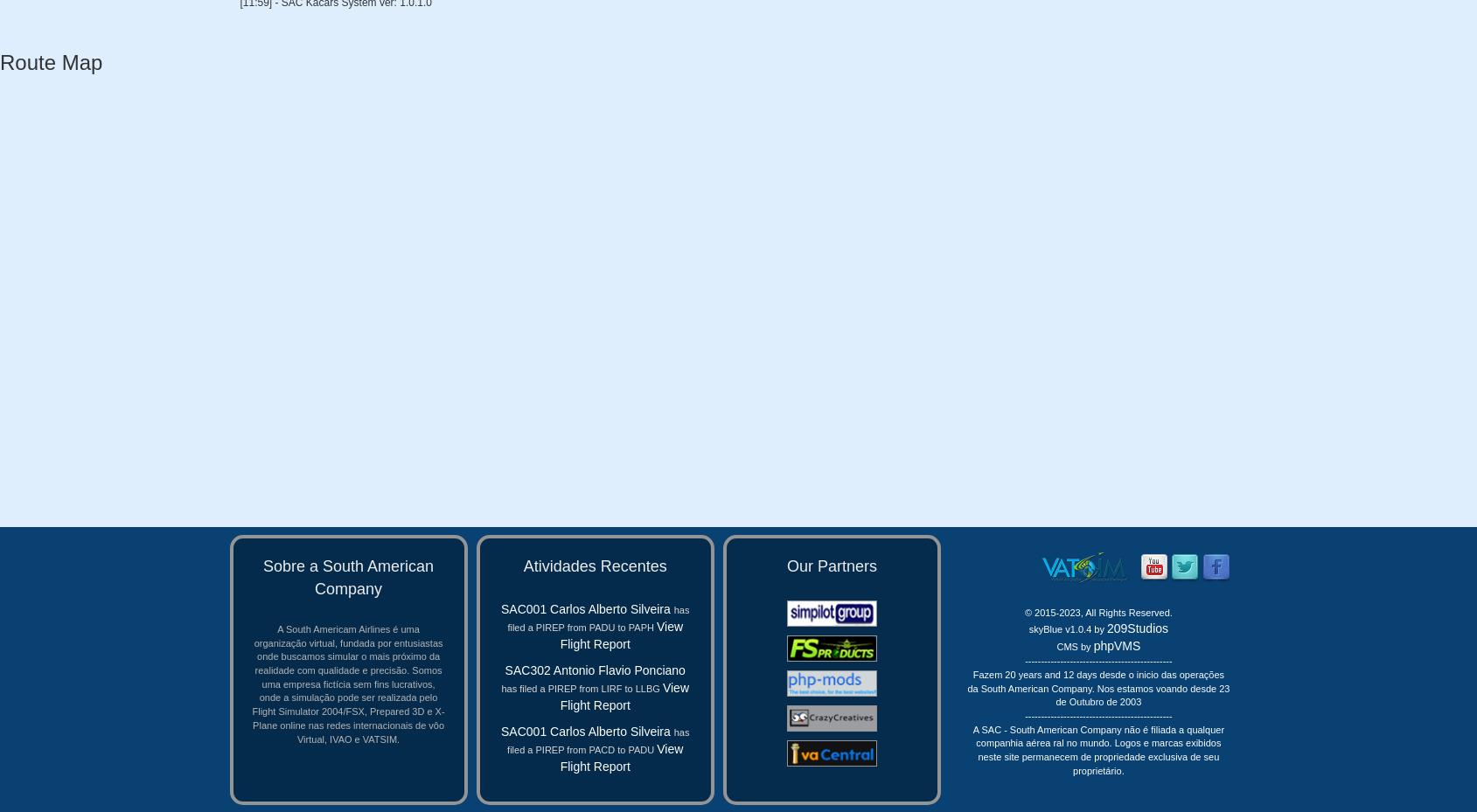 The height and width of the screenshot is (812, 1477). I want to click on 'A SAC - South American Company não é filiada a qualquer companhia 
			aérea ral no mundo. Logos e marcas exibidos neste site permanecem de 
			propriedade exclusiva de seu proprietário.', so click(1097, 749).